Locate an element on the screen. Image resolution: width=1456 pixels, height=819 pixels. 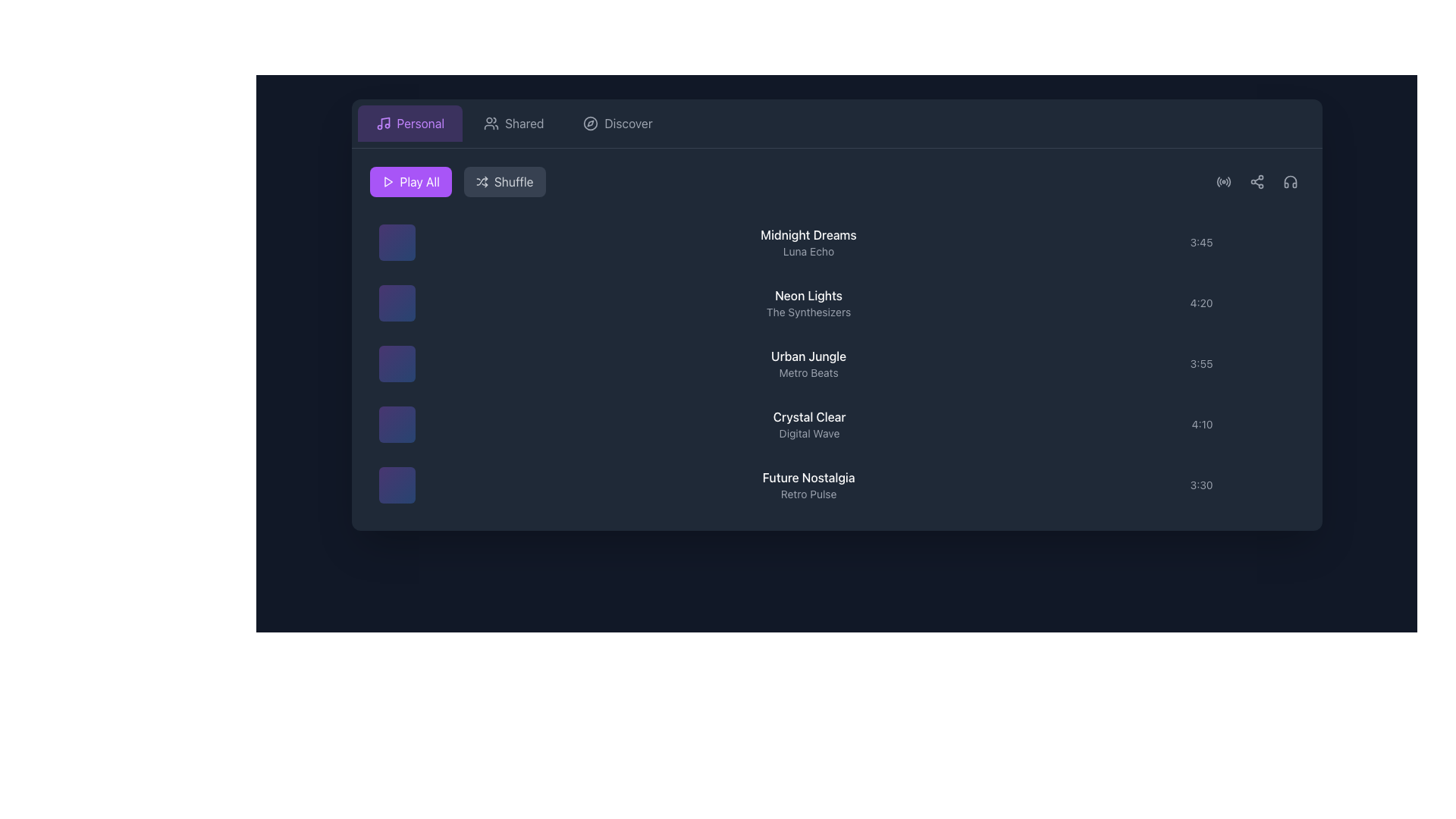
the playback button located to the left of the gray 'Shuffle' button in the top-left interface under the 'Personal' tab is located at coordinates (410, 180).